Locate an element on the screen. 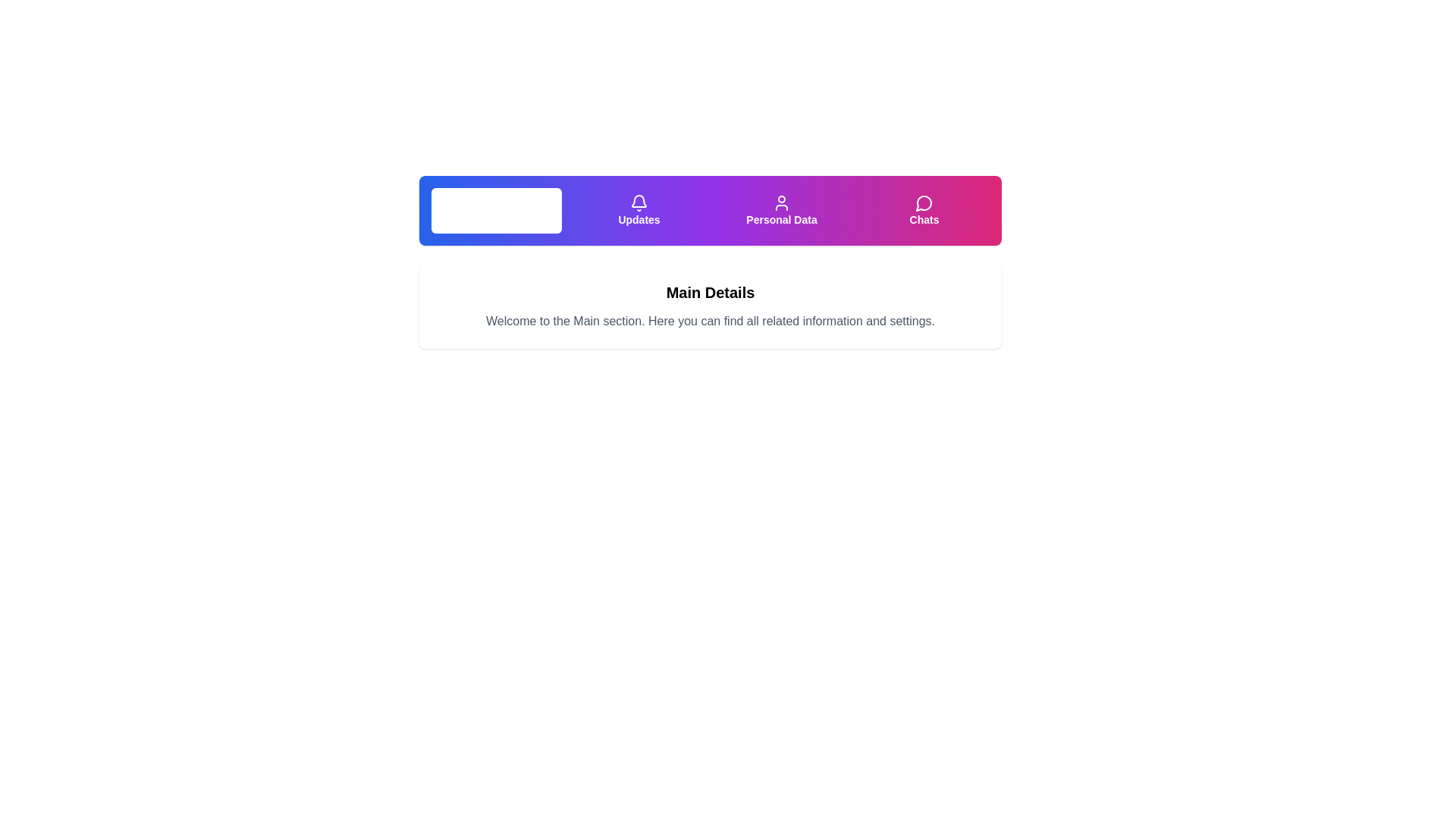 The width and height of the screenshot is (1456, 819). the text label located under the bell icon in the top navigation bar, which is the second item from the left in the button group is located at coordinates (639, 219).